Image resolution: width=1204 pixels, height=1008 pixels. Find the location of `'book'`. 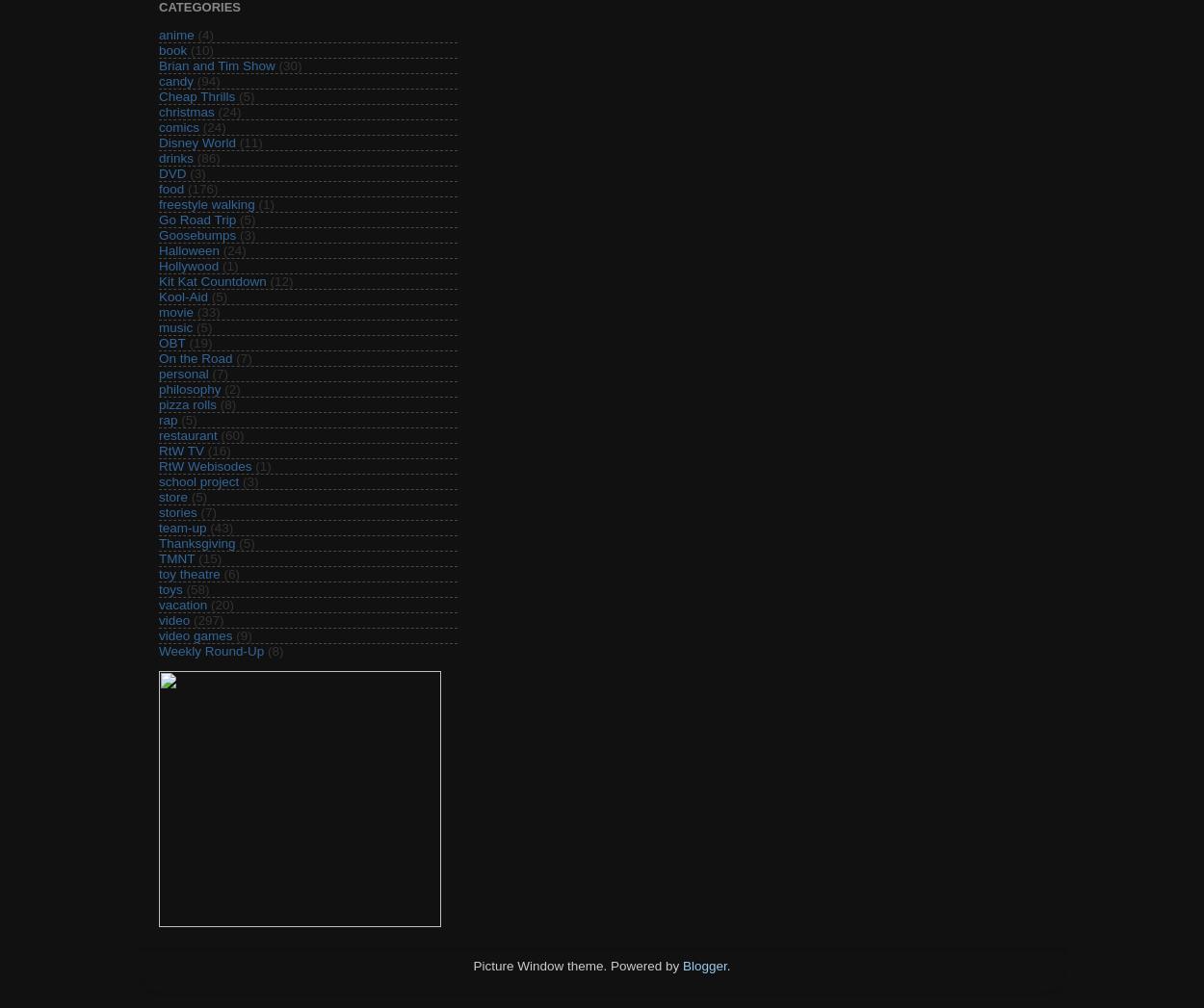

'book' is located at coordinates (159, 49).